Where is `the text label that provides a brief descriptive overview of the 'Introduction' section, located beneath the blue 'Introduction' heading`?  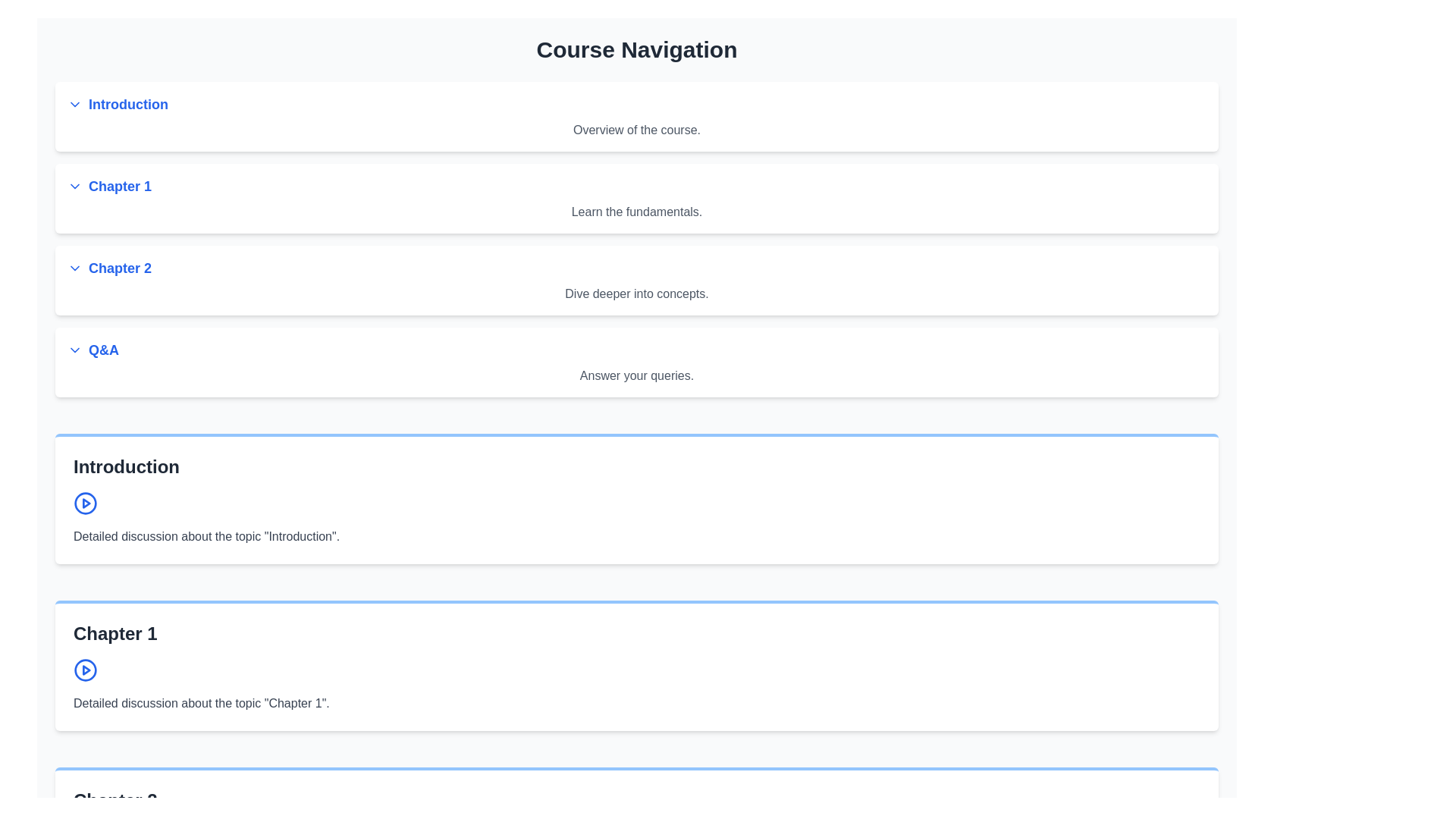
the text label that provides a brief descriptive overview of the 'Introduction' section, located beneath the blue 'Introduction' heading is located at coordinates (637, 130).